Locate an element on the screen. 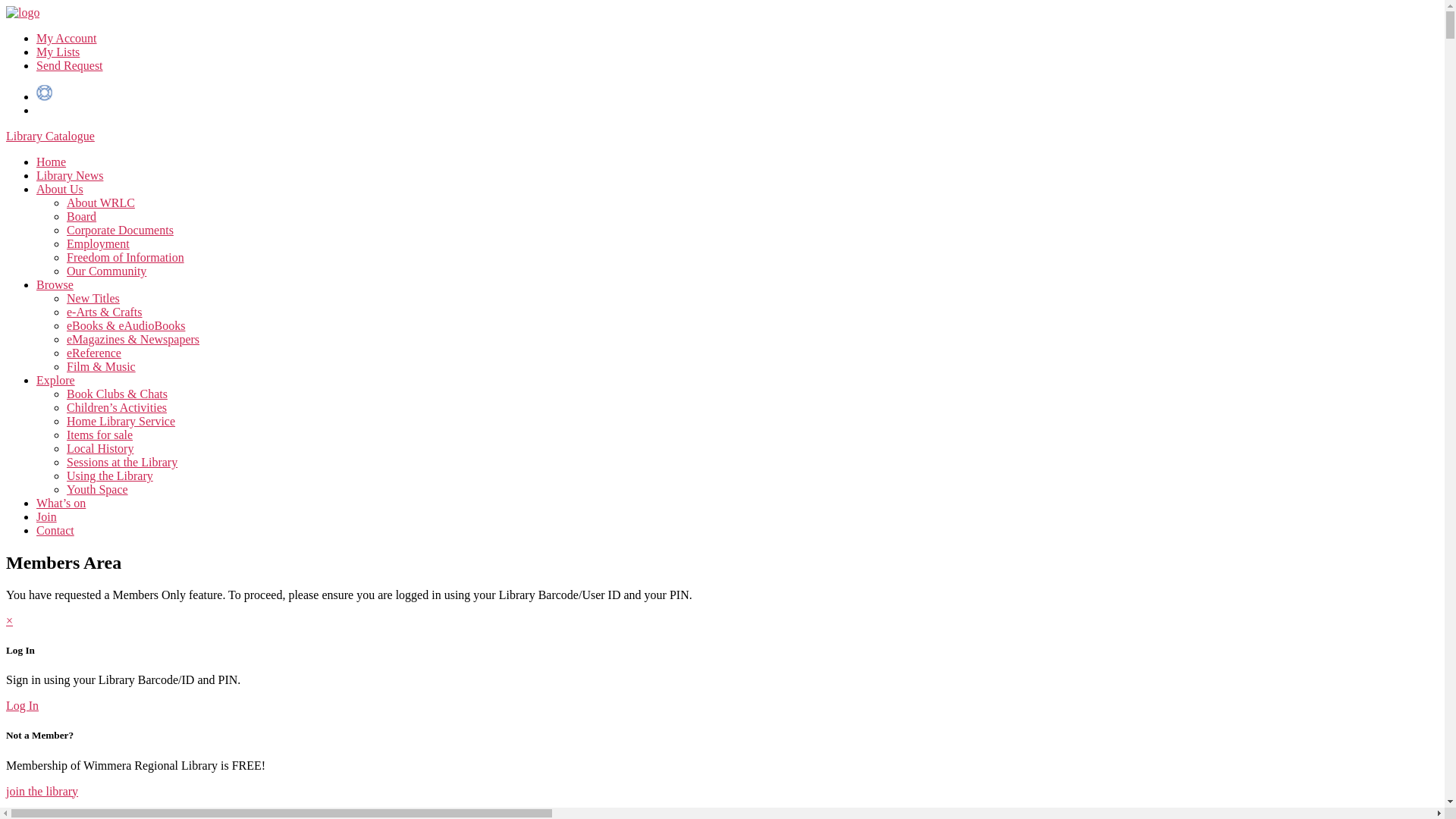  'Film & Music' is located at coordinates (100, 366).